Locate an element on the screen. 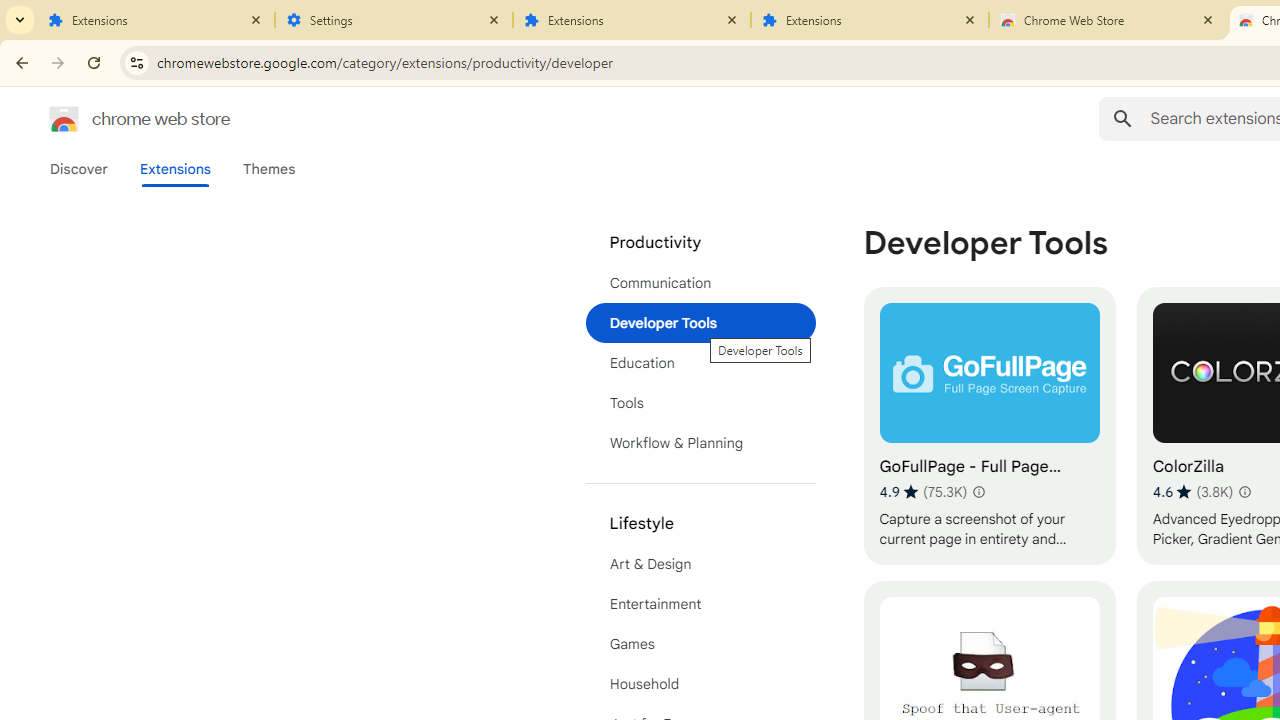 Image resolution: width=1280 pixels, height=720 pixels. 'Tools' is located at coordinates (700, 403).